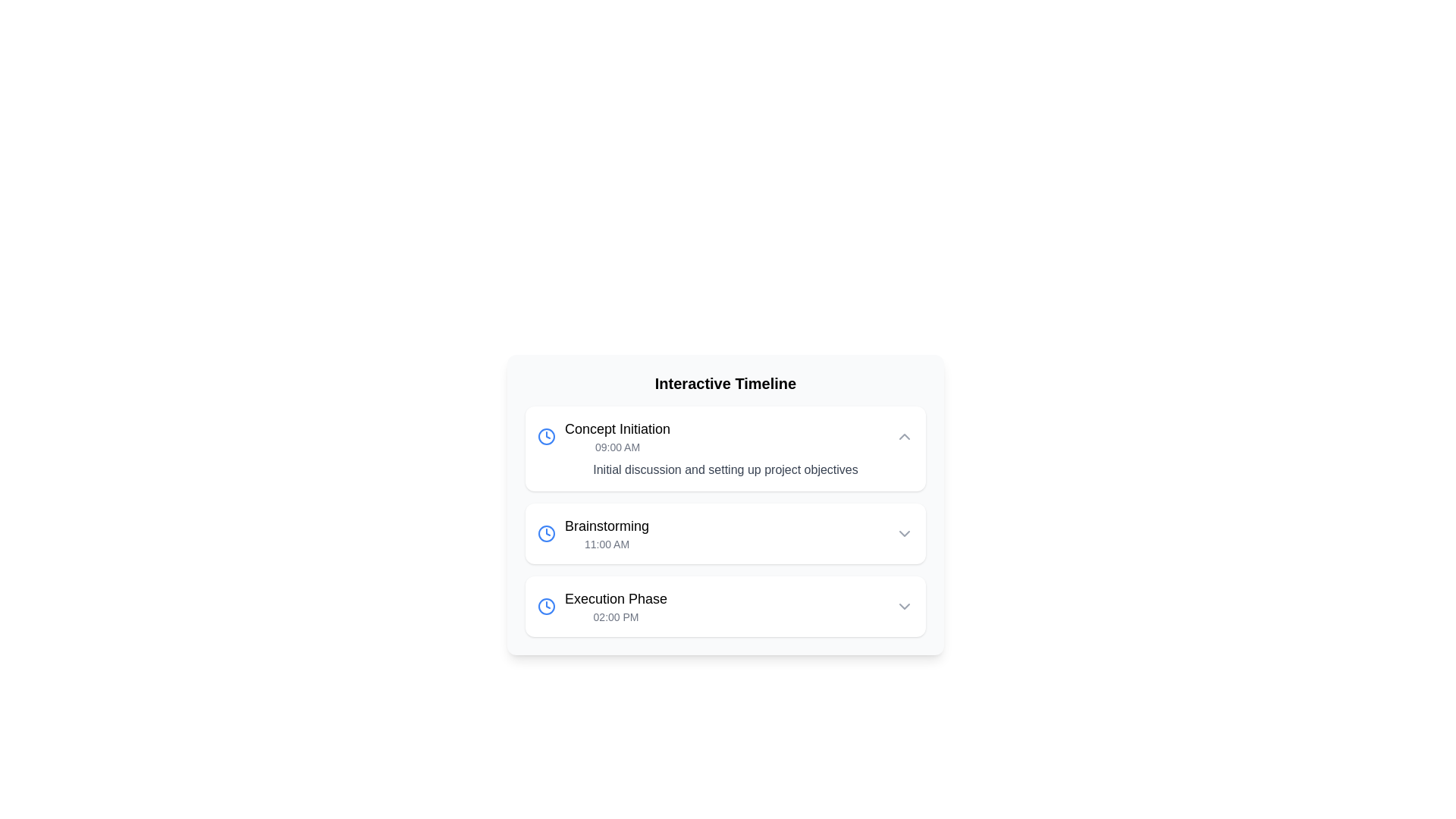  I want to click on the first entry in the timeline labeled 'Concept Initiation', which shows the scheduled time '09:00 AM', so click(724, 436).